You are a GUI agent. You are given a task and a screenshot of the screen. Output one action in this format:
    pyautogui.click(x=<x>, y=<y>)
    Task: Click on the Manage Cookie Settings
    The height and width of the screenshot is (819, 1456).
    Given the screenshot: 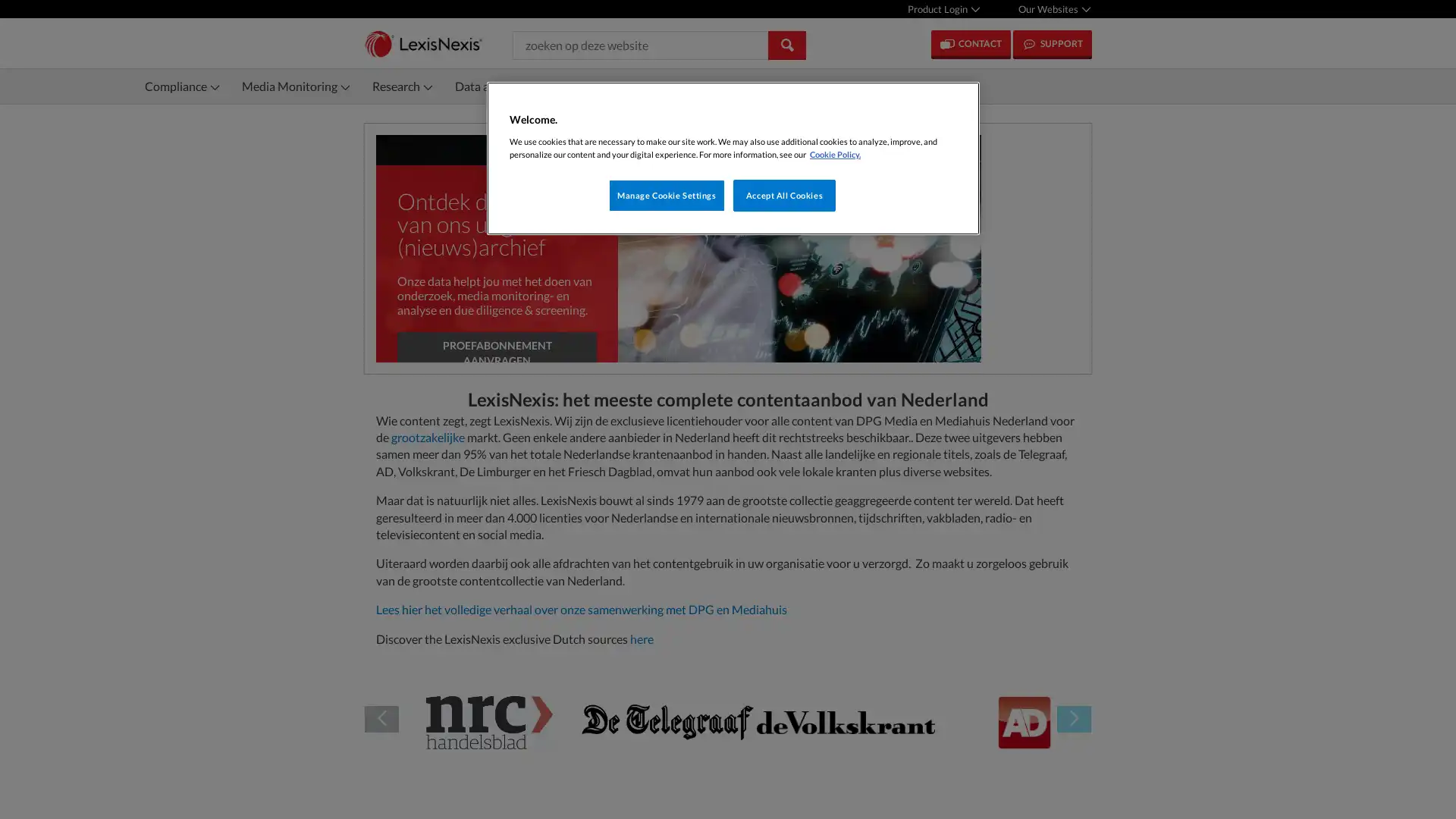 What is the action you would take?
    pyautogui.click(x=666, y=194)
    